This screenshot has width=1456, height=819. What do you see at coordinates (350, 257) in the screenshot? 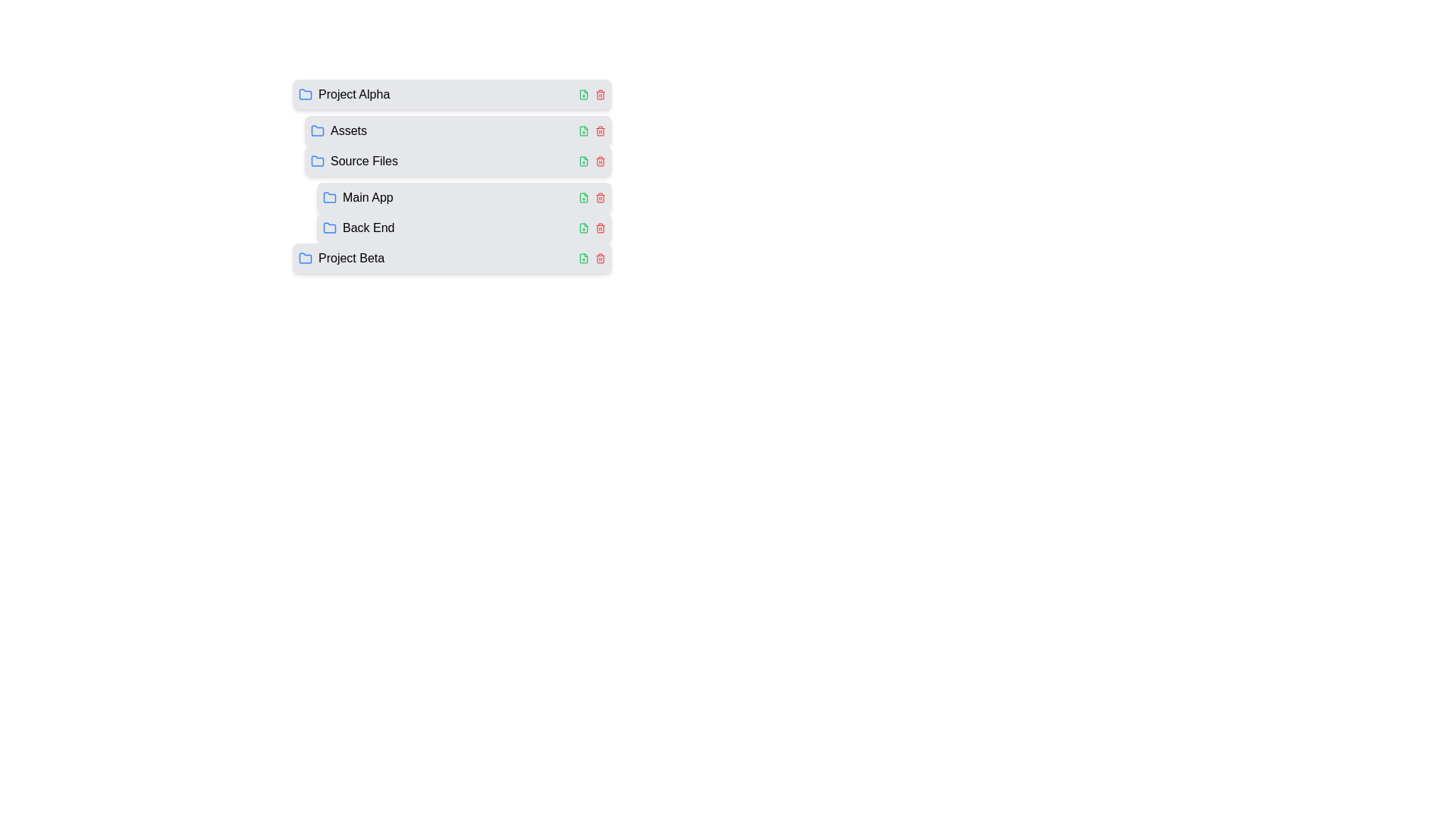
I see `the static text label identifying the project folder named 'Project Beta'` at bounding box center [350, 257].